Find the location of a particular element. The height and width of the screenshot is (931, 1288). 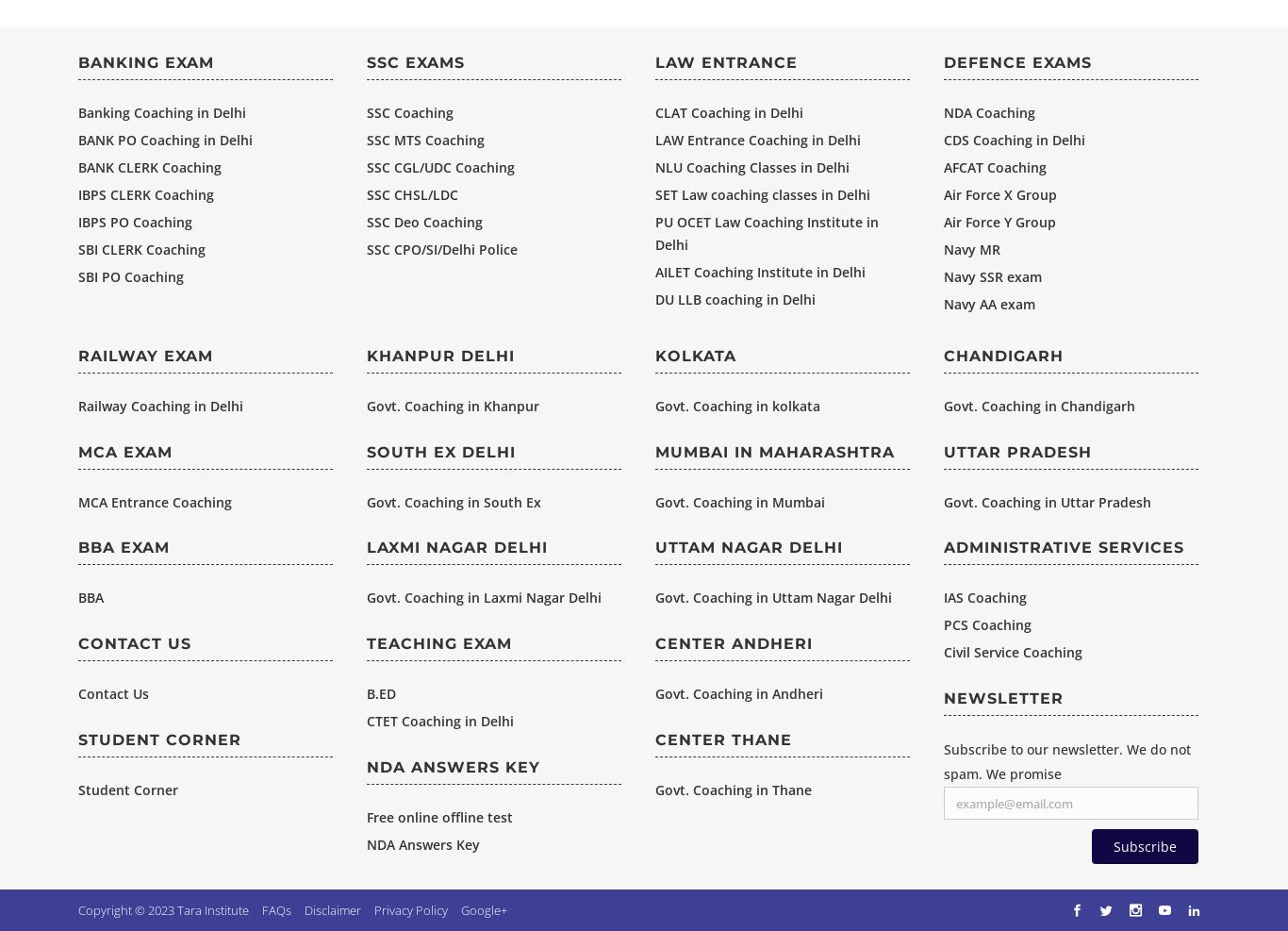

'SSC Coaching' is located at coordinates (408, 111).